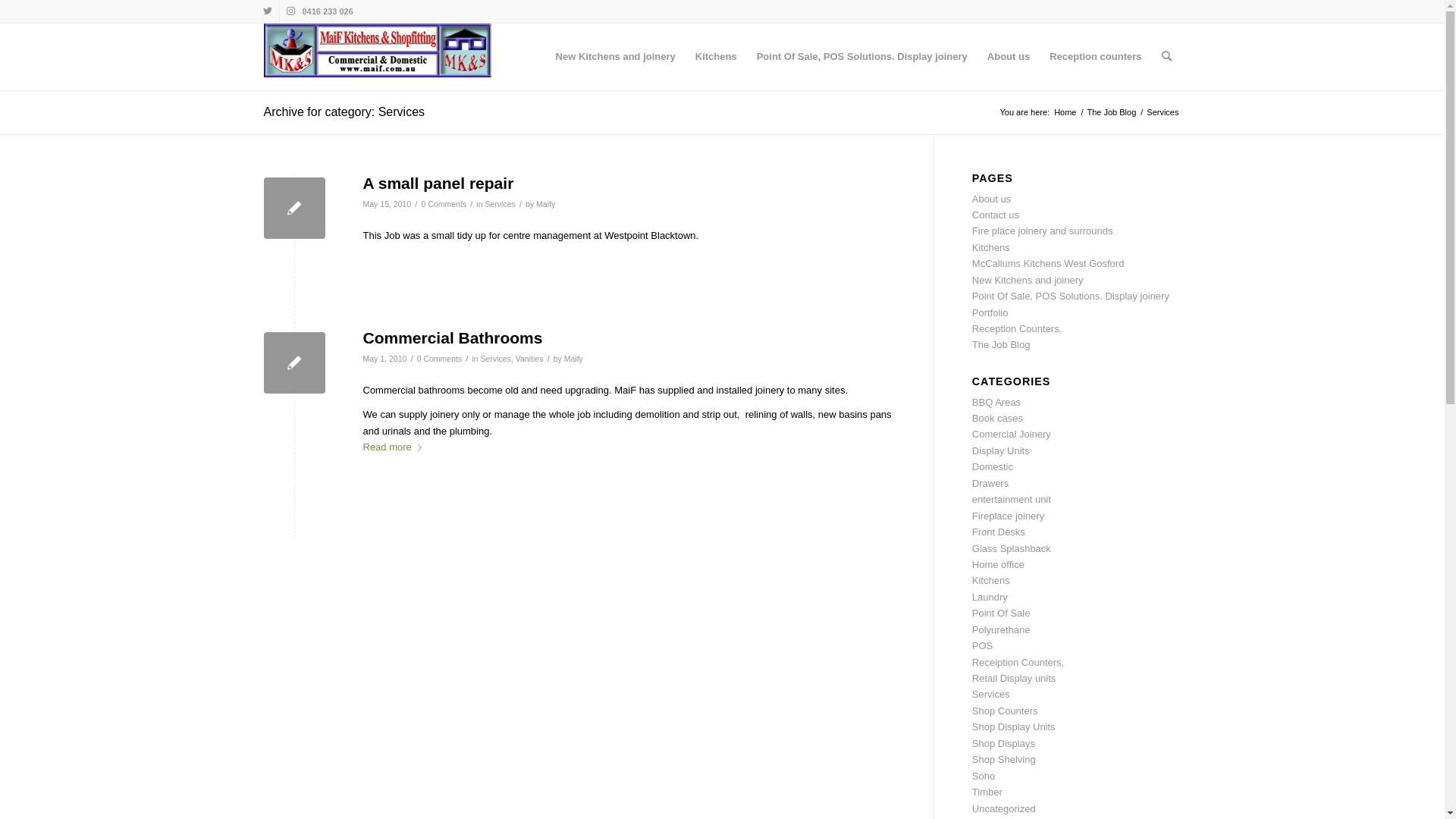  I want to click on 'Front Desks', so click(971, 531).